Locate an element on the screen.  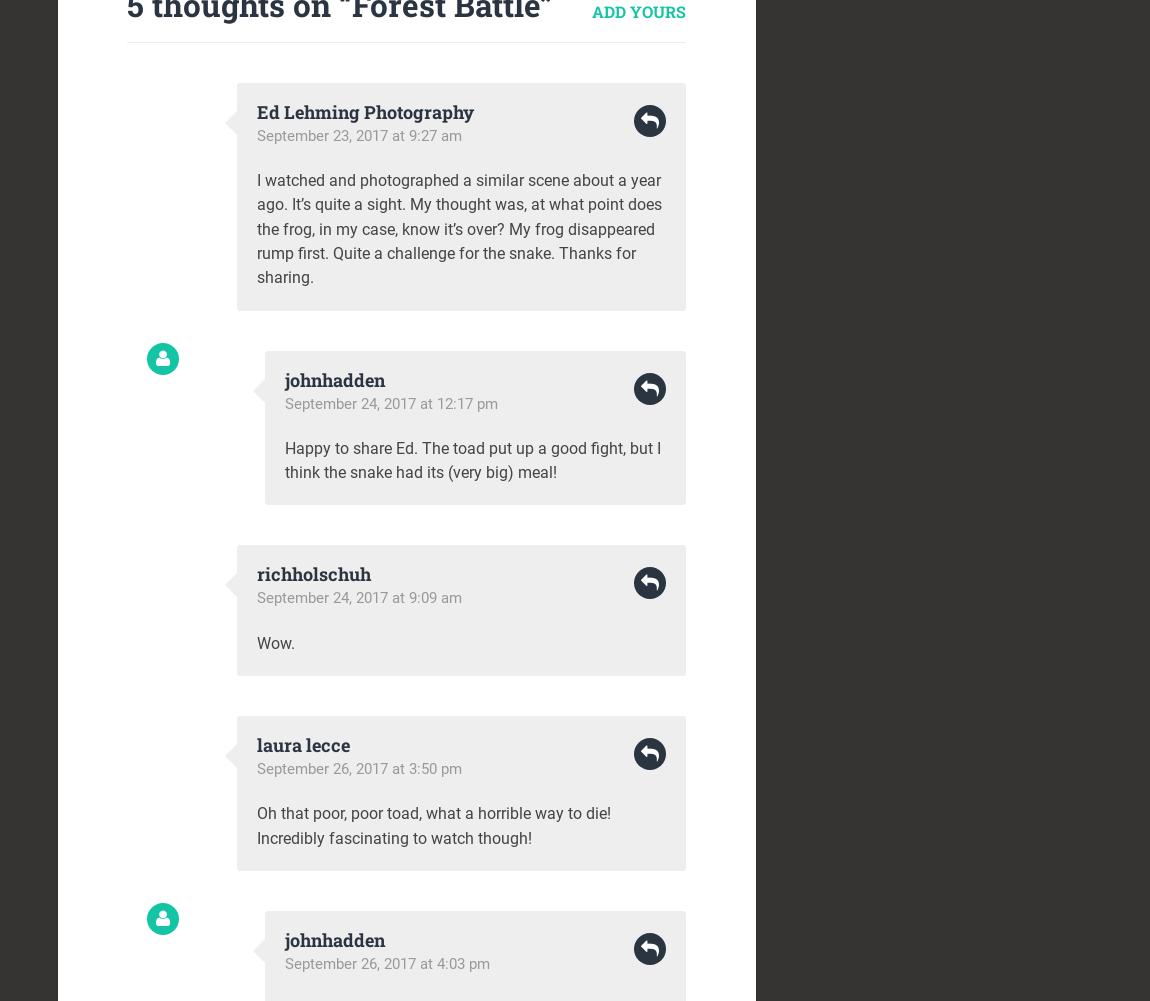
'richholschuh' is located at coordinates (256, 573).